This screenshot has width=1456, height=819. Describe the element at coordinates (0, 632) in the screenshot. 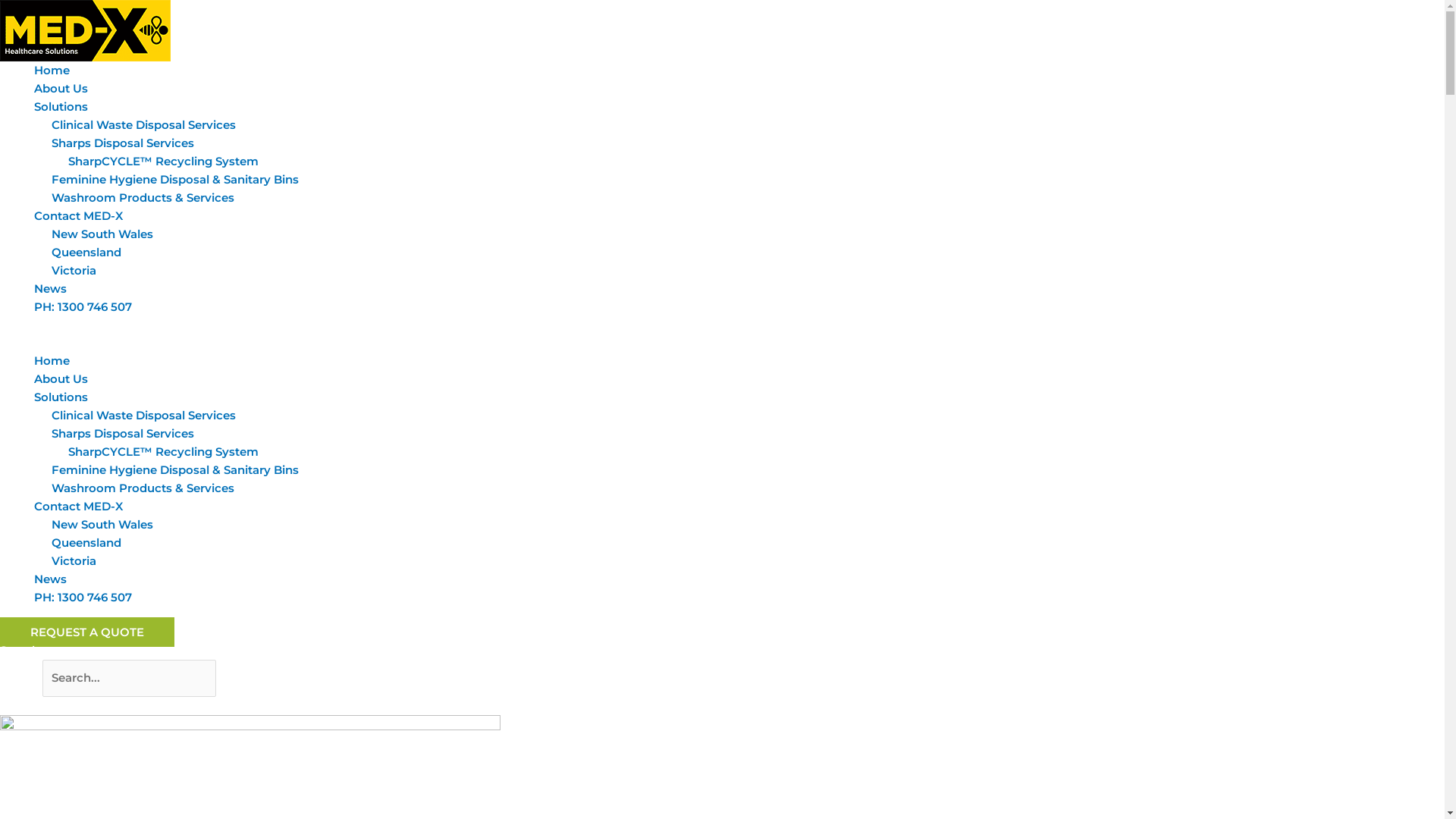

I see `'REQUEST A QUOTE'` at that location.